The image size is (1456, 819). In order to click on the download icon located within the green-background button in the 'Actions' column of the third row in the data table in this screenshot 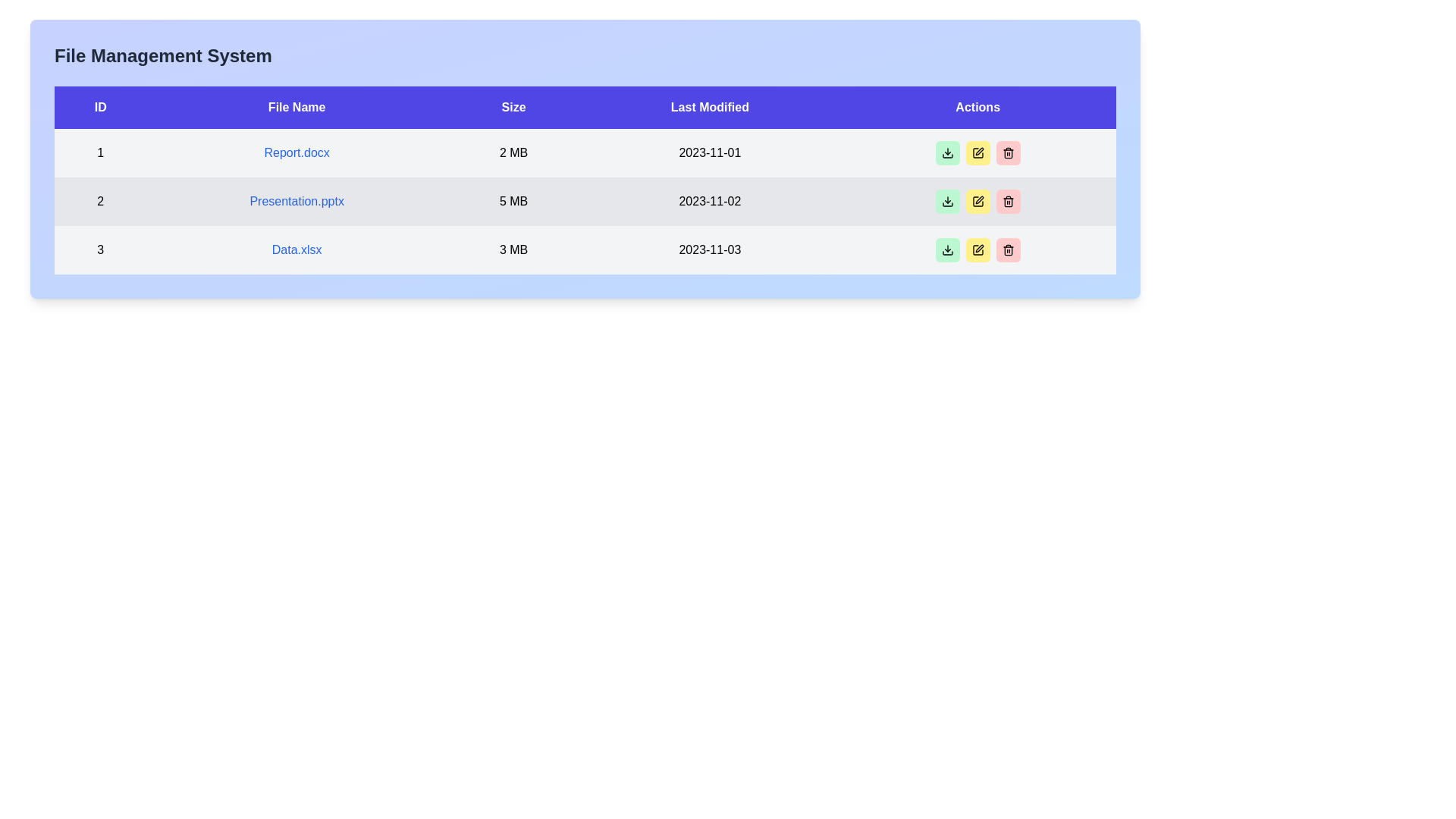, I will do `click(946, 249)`.